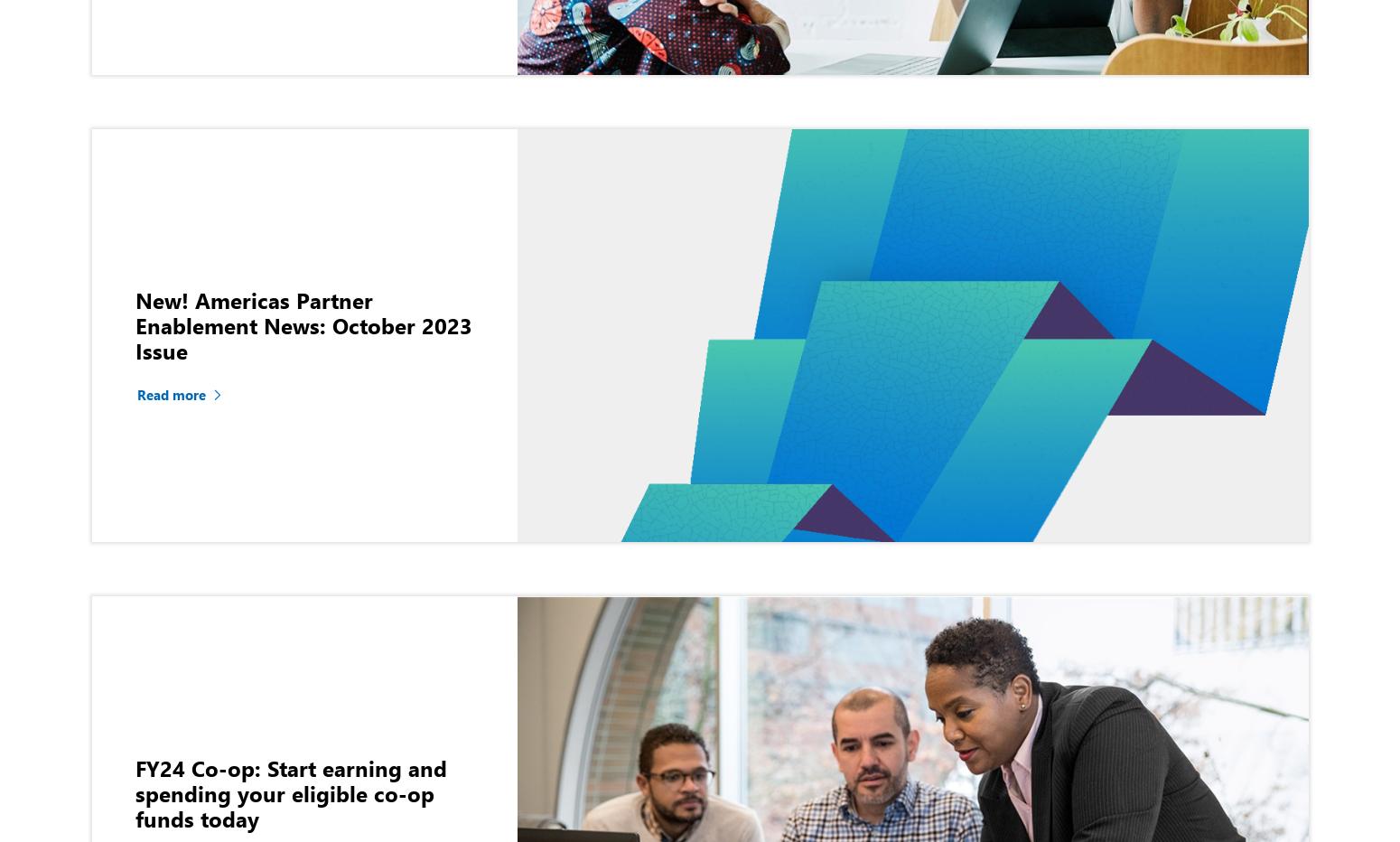  Describe the element at coordinates (1255, 197) in the screenshot. I see `'Readiness'` at that location.